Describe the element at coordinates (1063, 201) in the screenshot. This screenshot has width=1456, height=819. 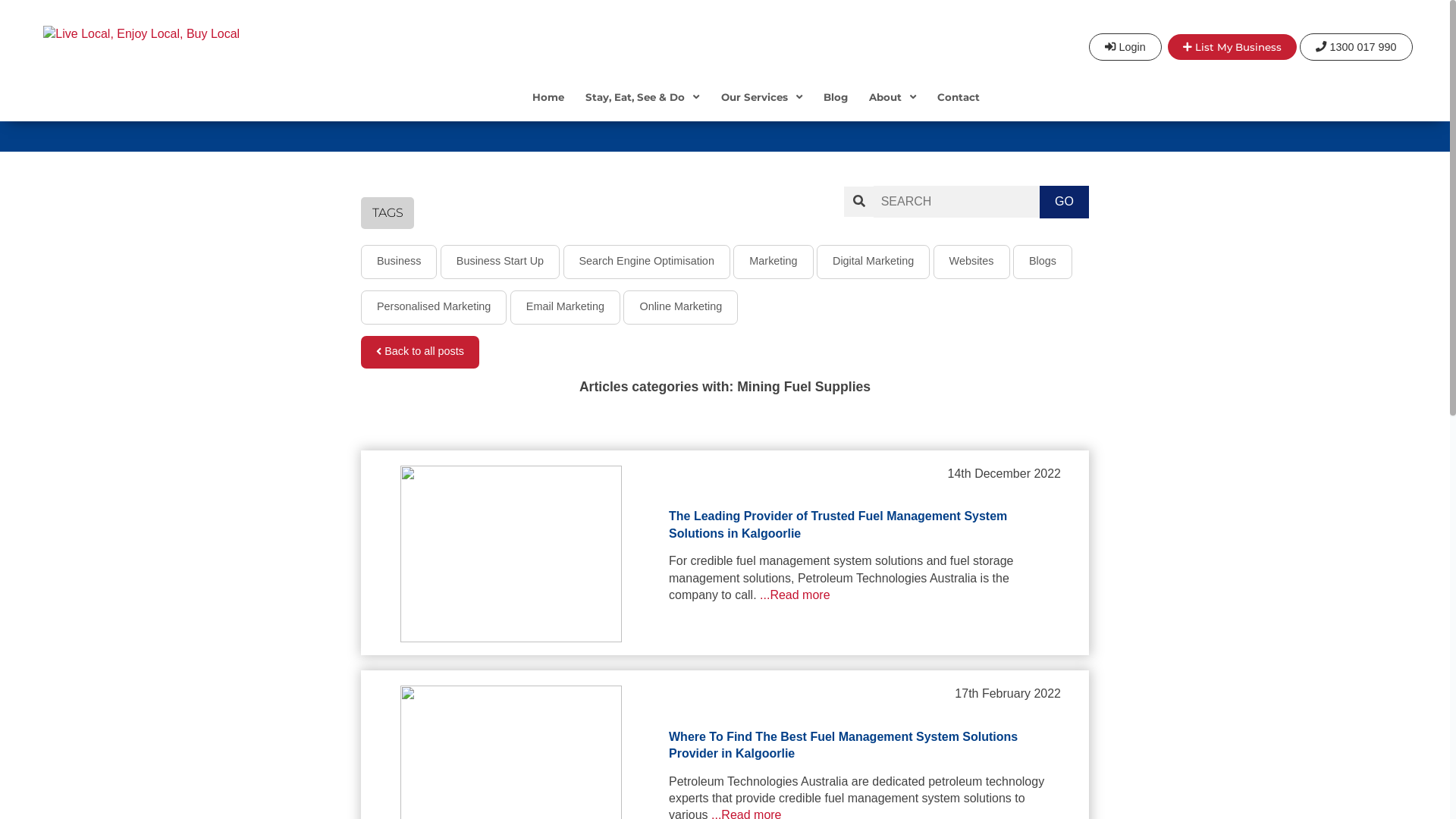
I see `'GO'` at that location.